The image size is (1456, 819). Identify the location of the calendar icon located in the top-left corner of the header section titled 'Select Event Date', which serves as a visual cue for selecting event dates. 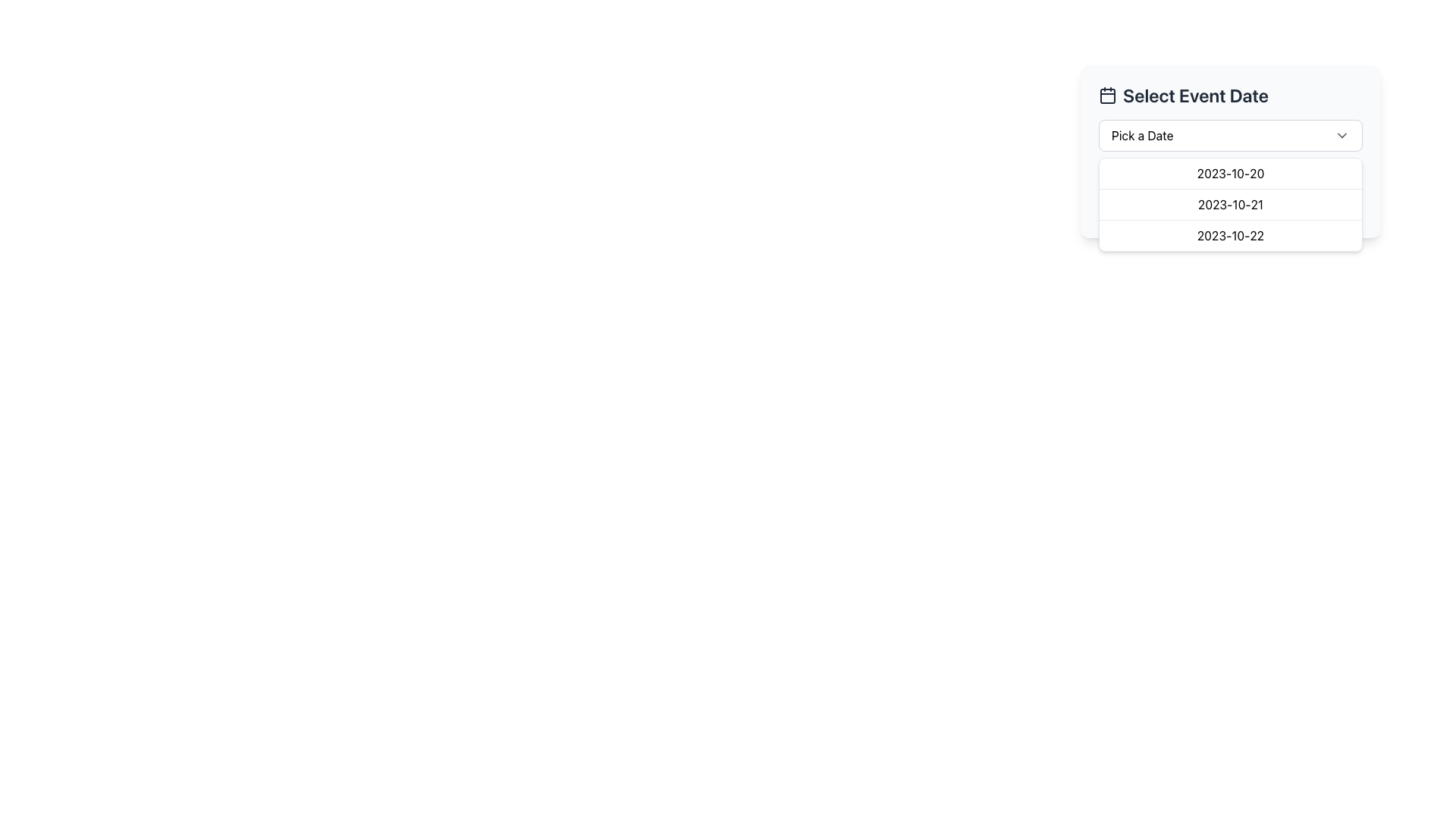
(1107, 96).